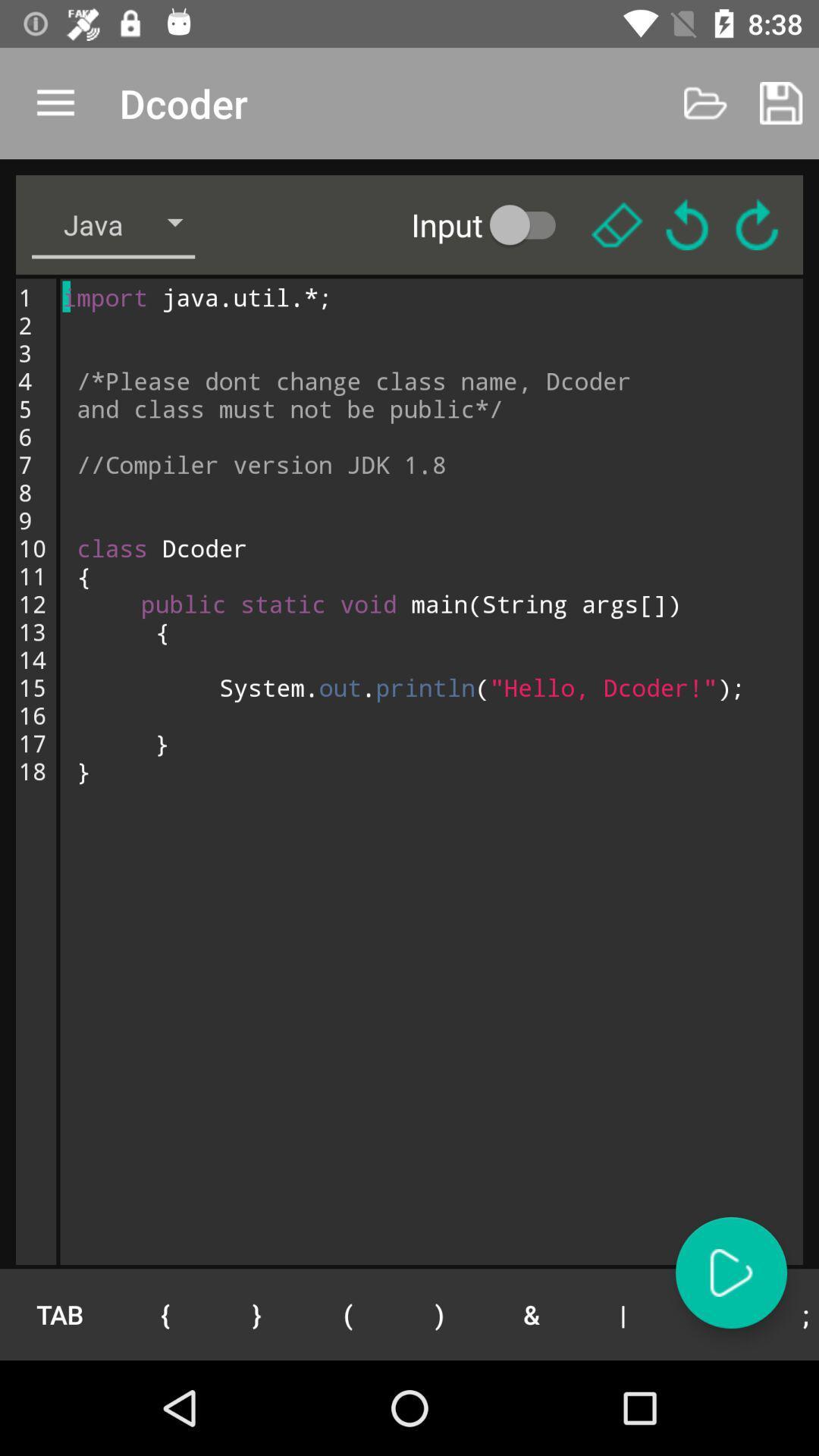 Image resolution: width=819 pixels, height=1456 pixels. Describe the element at coordinates (730, 1272) in the screenshot. I see `play` at that location.